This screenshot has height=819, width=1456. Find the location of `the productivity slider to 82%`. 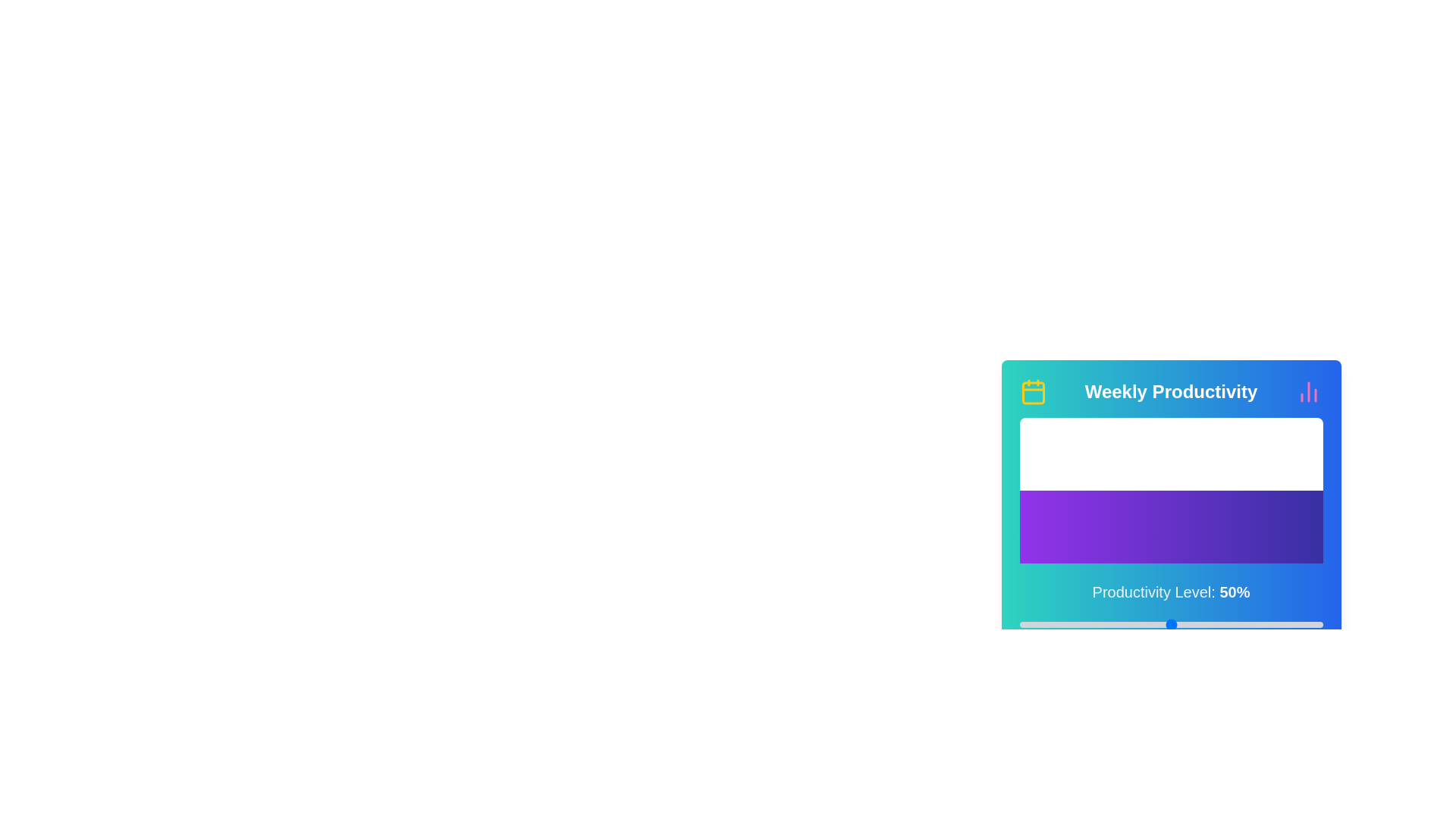

the productivity slider to 82% is located at coordinates (1268, 625).